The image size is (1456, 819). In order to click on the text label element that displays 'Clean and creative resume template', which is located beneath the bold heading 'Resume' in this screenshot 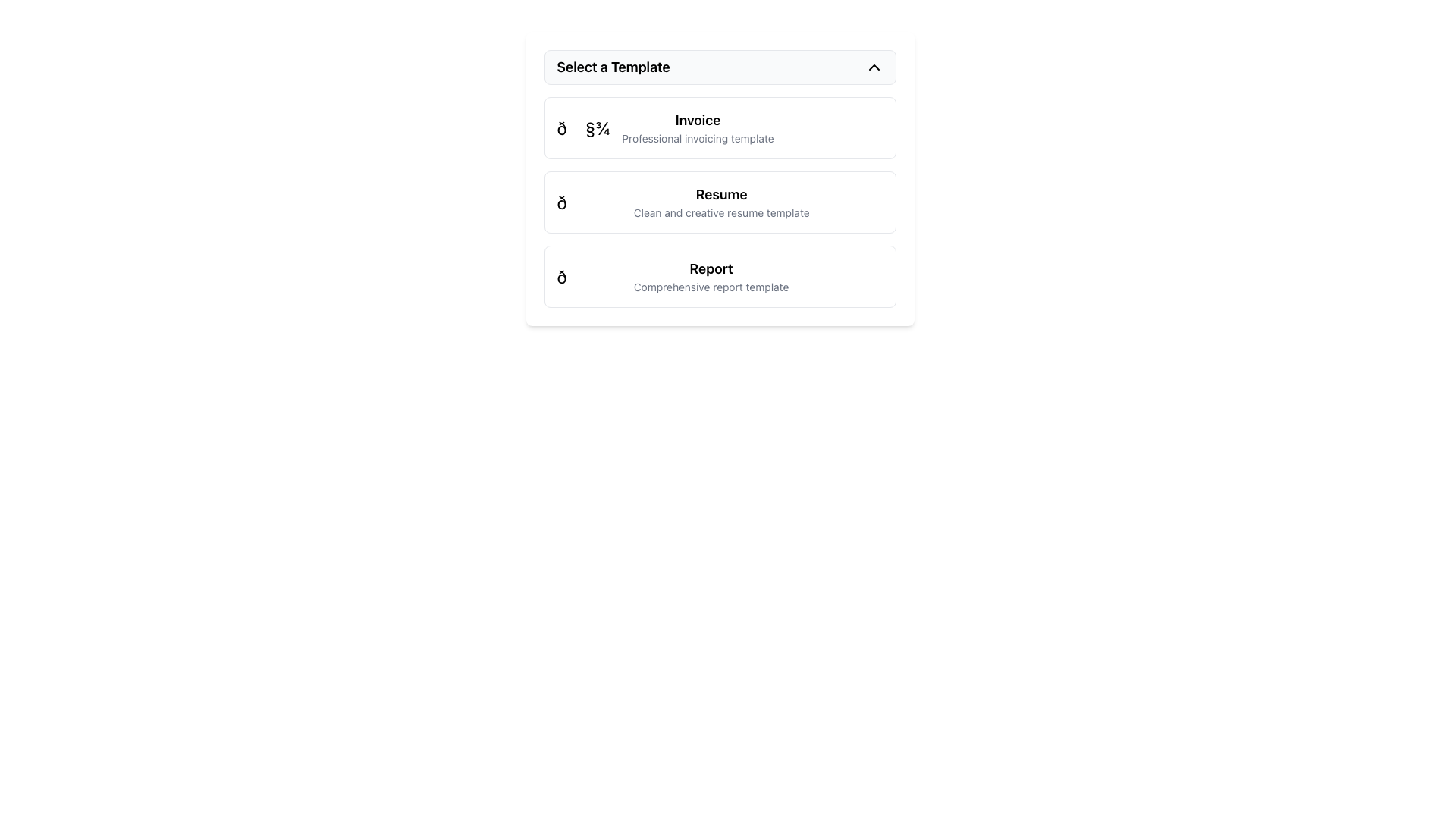, I will do `click(720, 213)`.